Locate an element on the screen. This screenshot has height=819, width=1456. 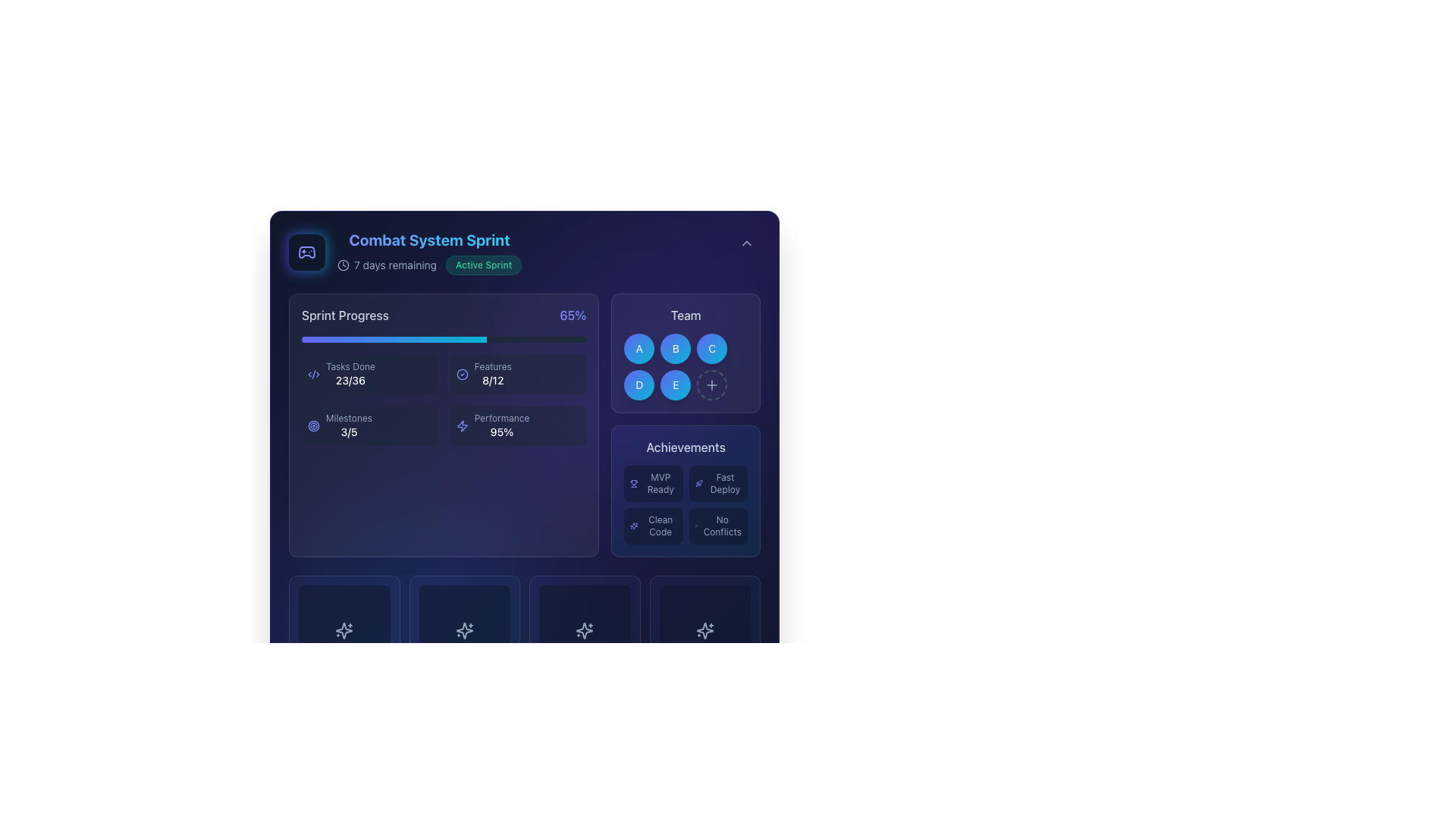
the lightning bolt icon, which is a small purple outline icon located in the bottom-left corner of a dark interface card is located at coordinates (461, 426).